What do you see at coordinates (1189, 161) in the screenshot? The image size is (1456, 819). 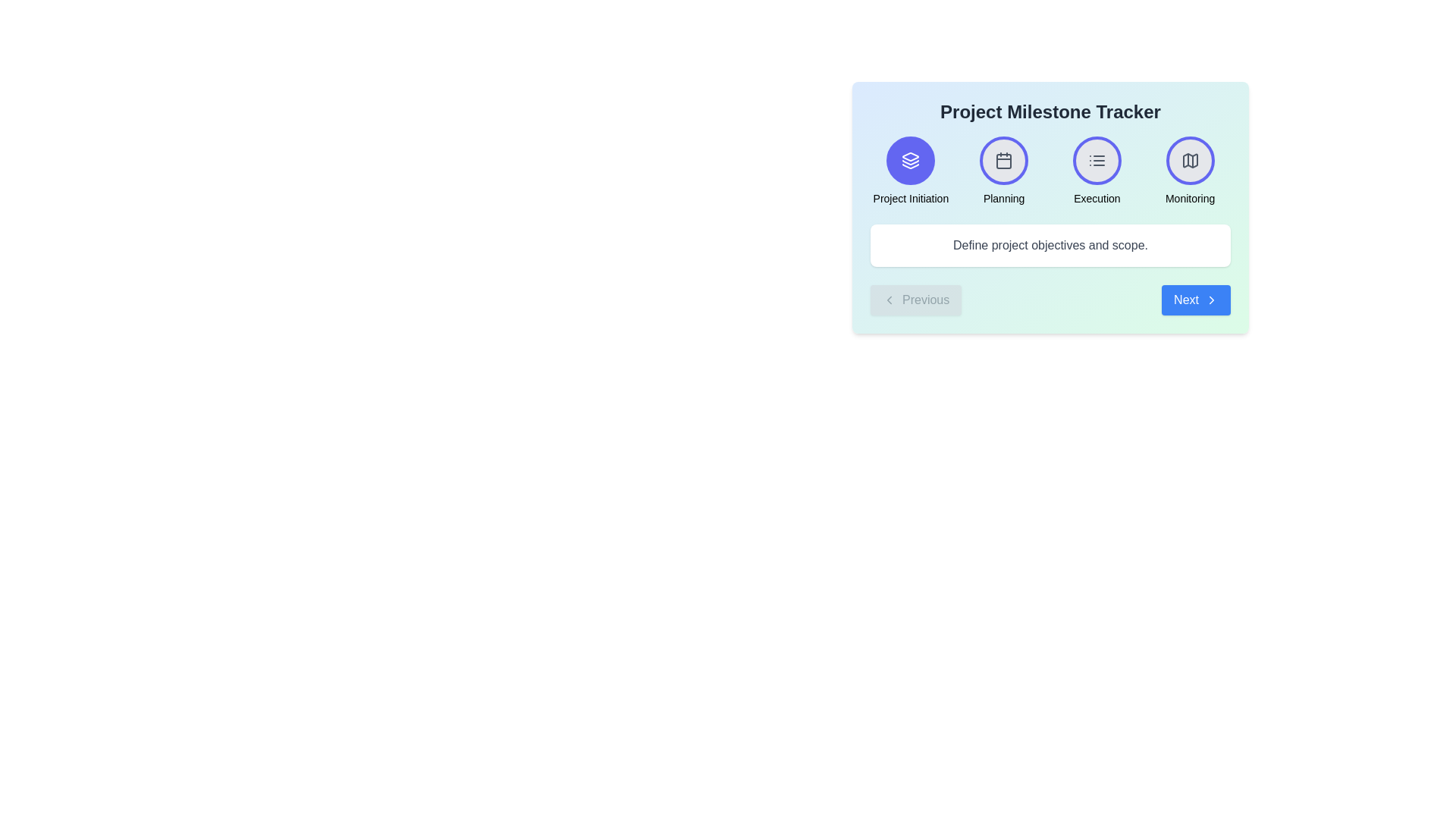 I see `the 'Monitoring' phase icon in the Project Milestone Tracker, which is the fourth circular icon from the left at the top of the interface` at bounding box center [1189, 161].